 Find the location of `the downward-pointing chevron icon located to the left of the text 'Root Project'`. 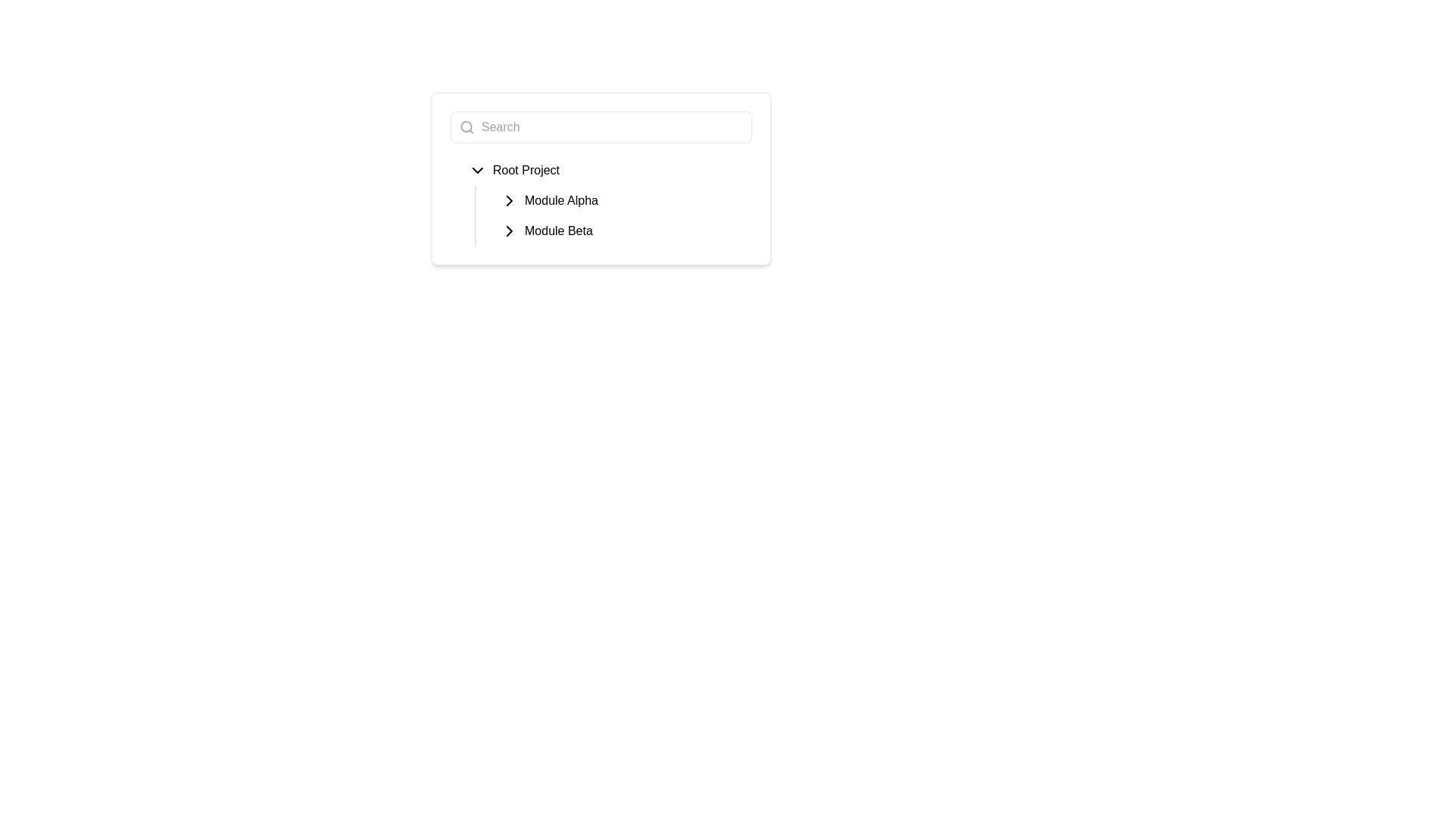

the downward-pointing chevron icon located to the left of the text 'Root Project' is located at coordinates (476, 170).